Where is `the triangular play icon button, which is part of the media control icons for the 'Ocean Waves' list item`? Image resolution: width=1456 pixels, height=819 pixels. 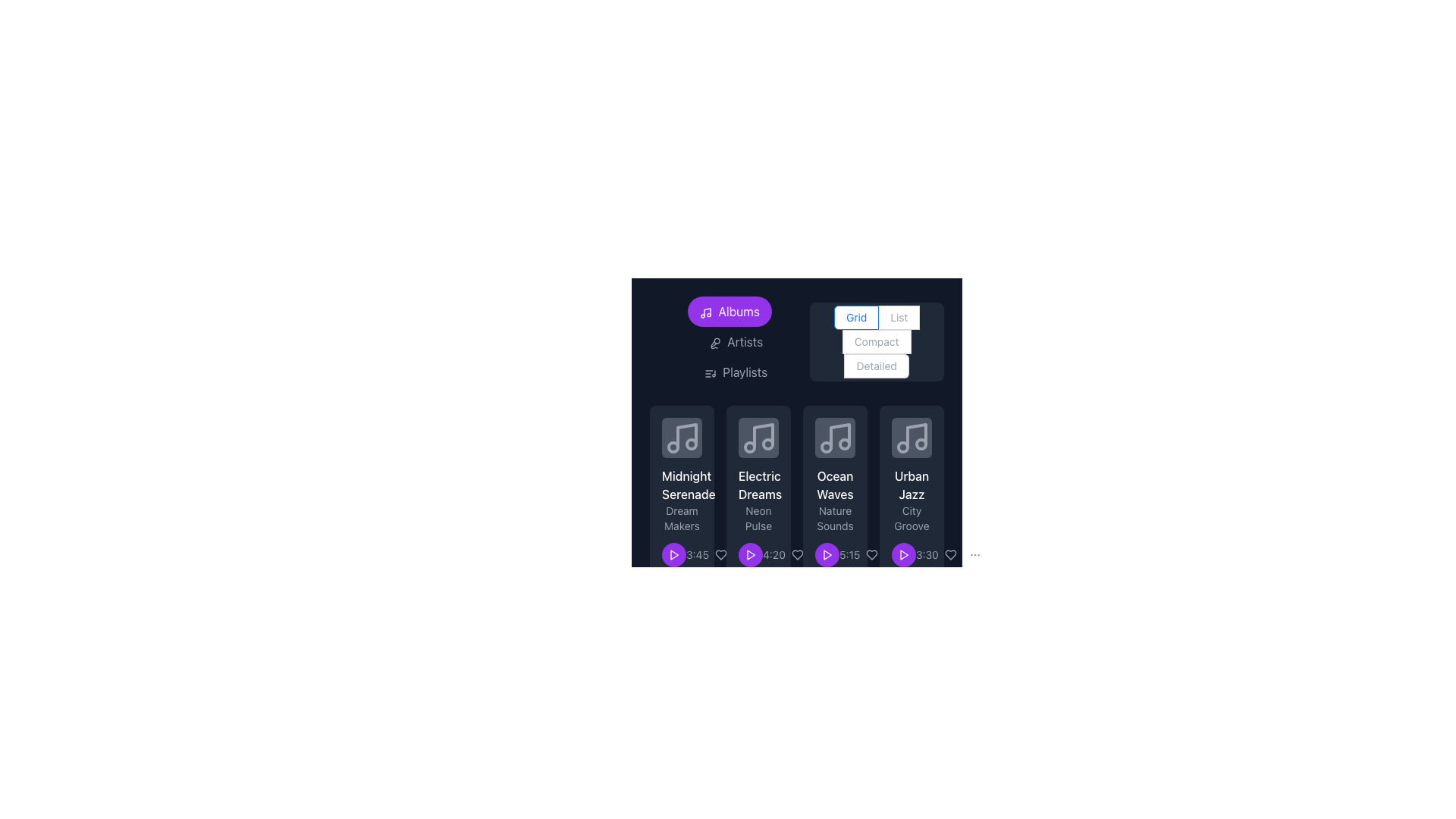
the triangular play icon button, which is part of the media control icons for the 'Ocean Waves' list item is located at coordinates (827, 555).